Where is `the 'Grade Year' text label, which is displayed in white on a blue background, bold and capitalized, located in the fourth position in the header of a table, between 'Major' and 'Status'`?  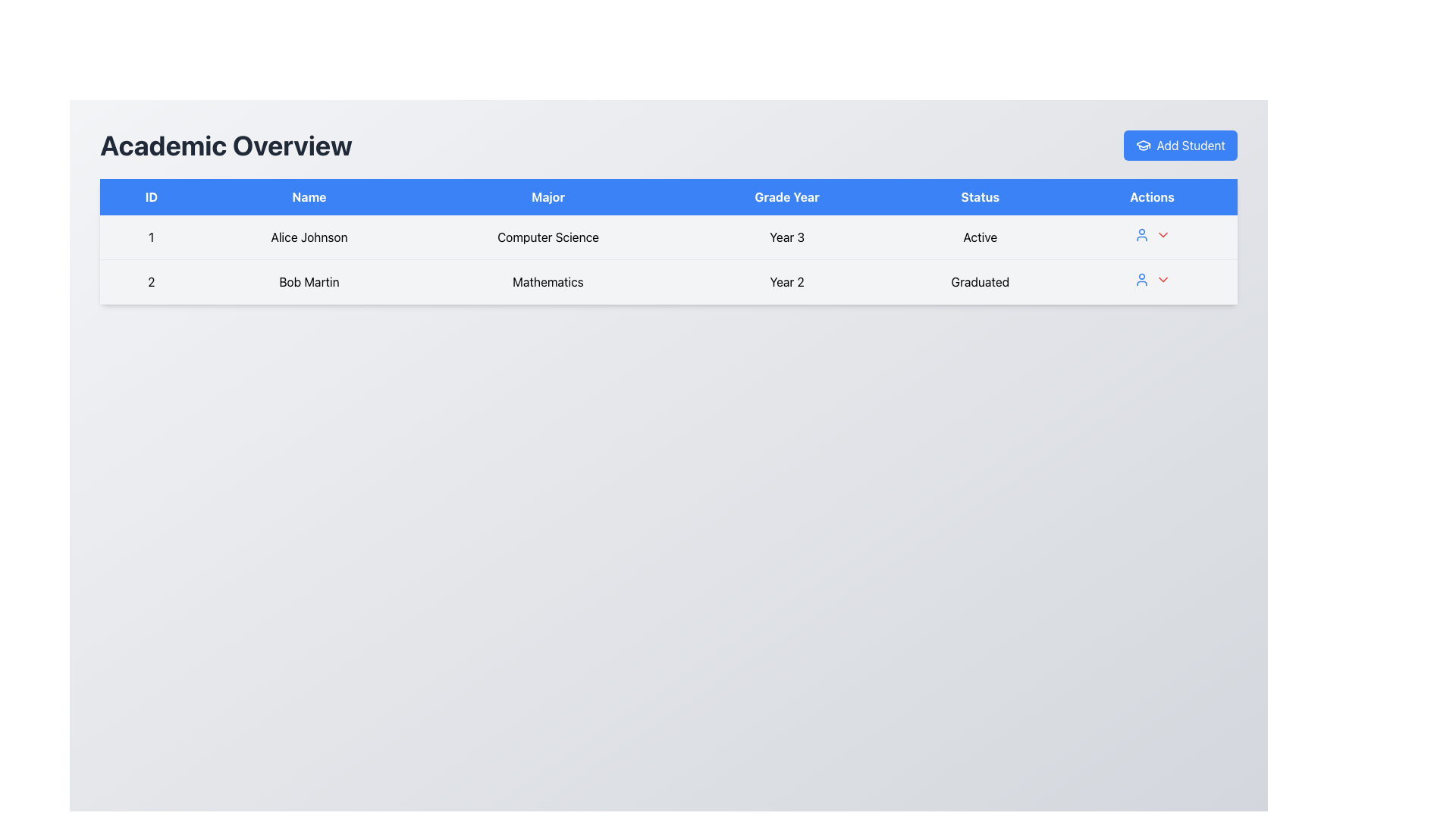 the 'Grade Year' text label, which is displayed in white on a blue background, bold and capitalized, located in the fourth position in the header of a table, between 'Major' and 'Status' is located at coordinates (787, 196).